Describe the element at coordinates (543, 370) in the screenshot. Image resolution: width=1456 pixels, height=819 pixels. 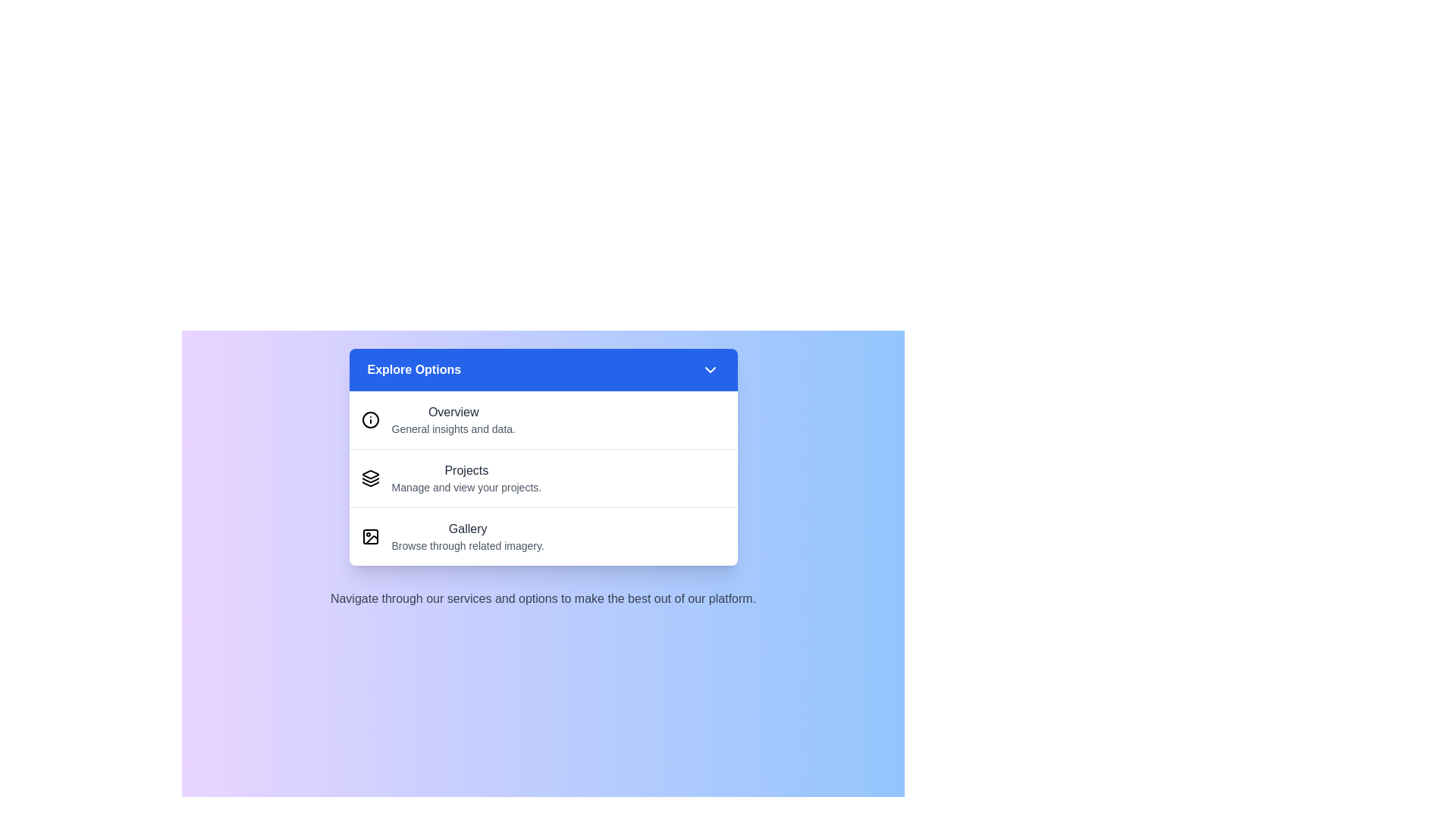
I see `'Explore Options' button to toggle the menu visibility` at that location.